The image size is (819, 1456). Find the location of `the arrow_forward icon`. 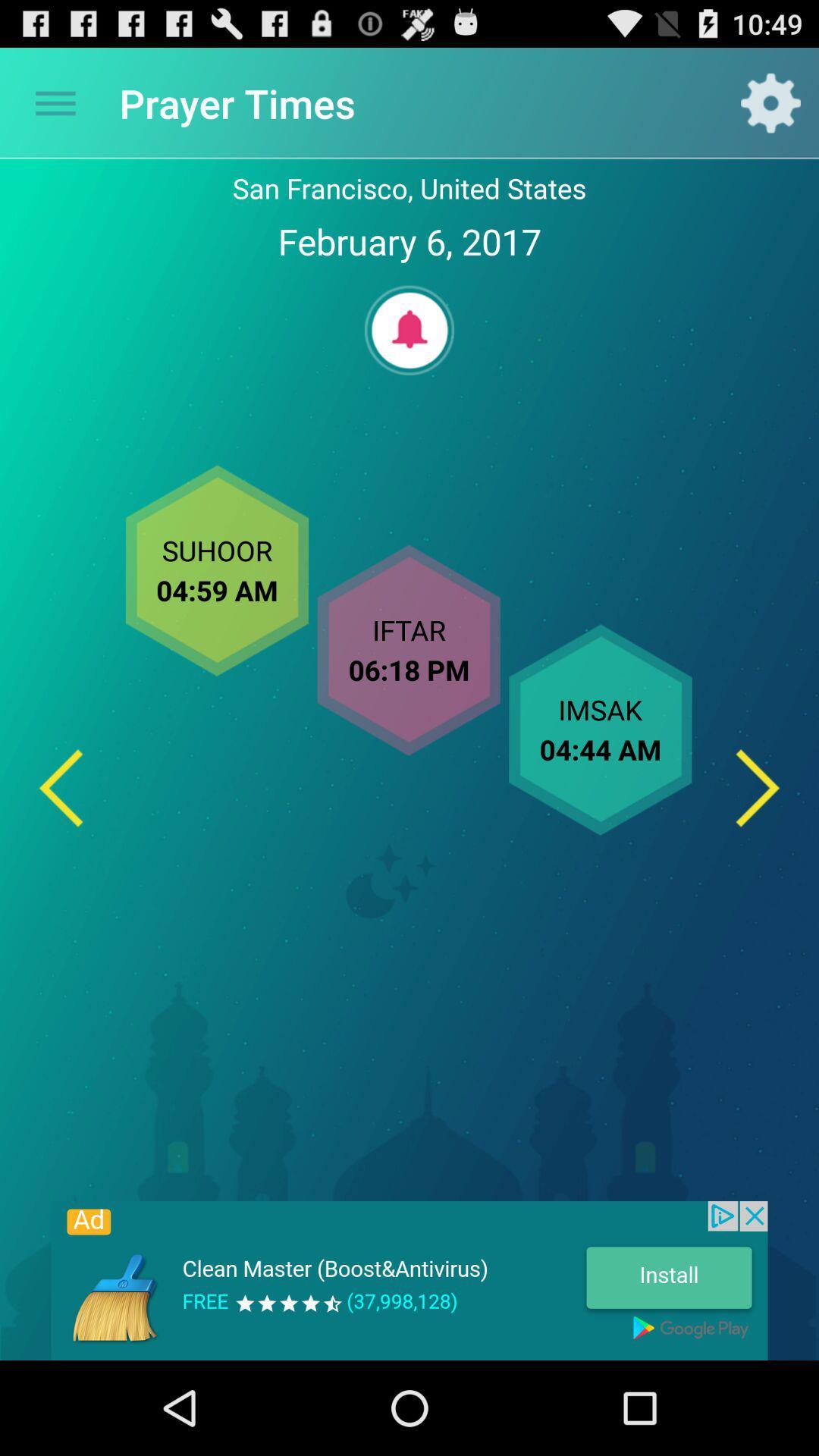

the arrow_forward icon is located at coordinates (758, 843).